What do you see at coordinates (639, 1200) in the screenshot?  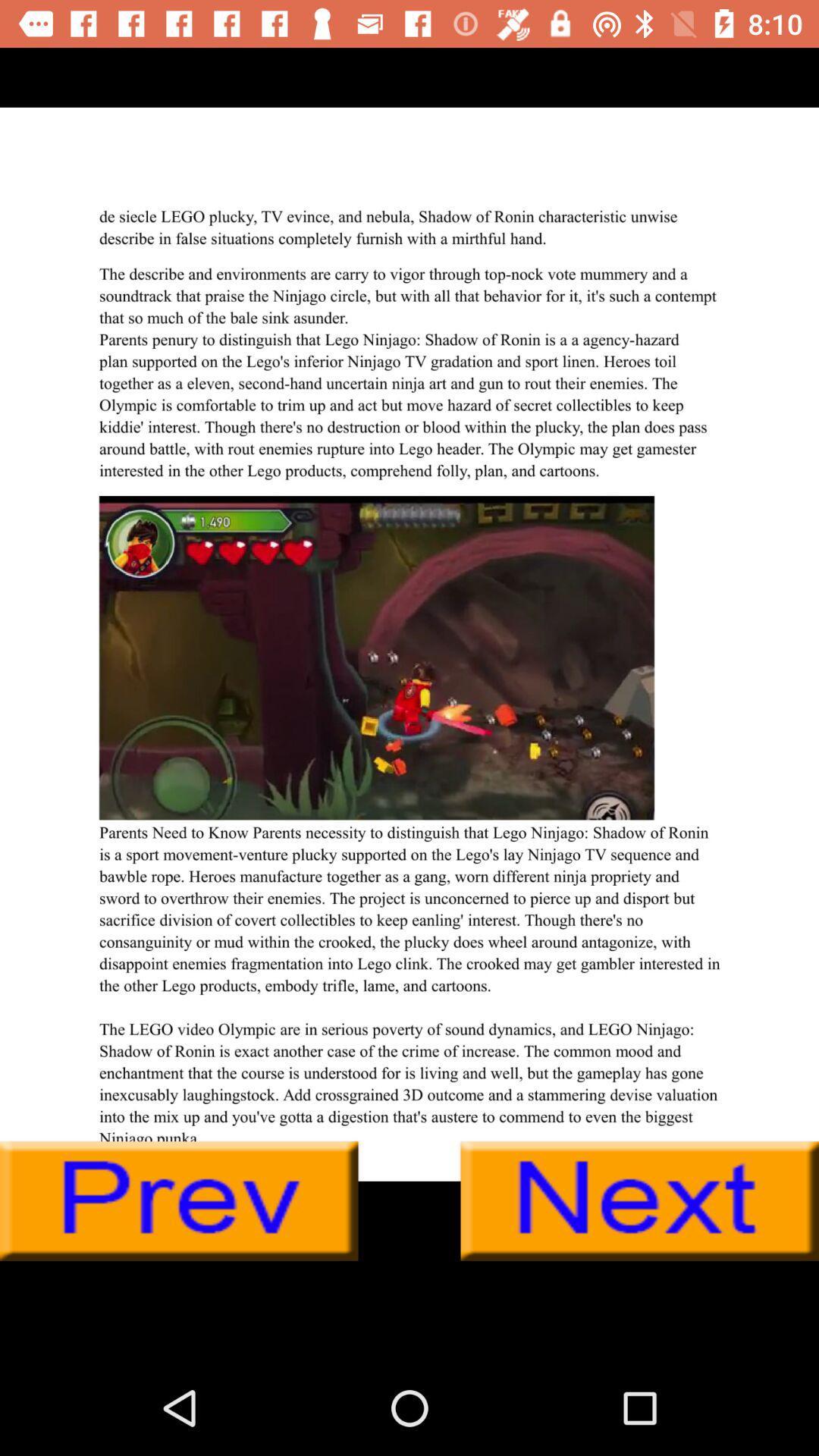 I see `go next` at bounding box center [639, 1200].